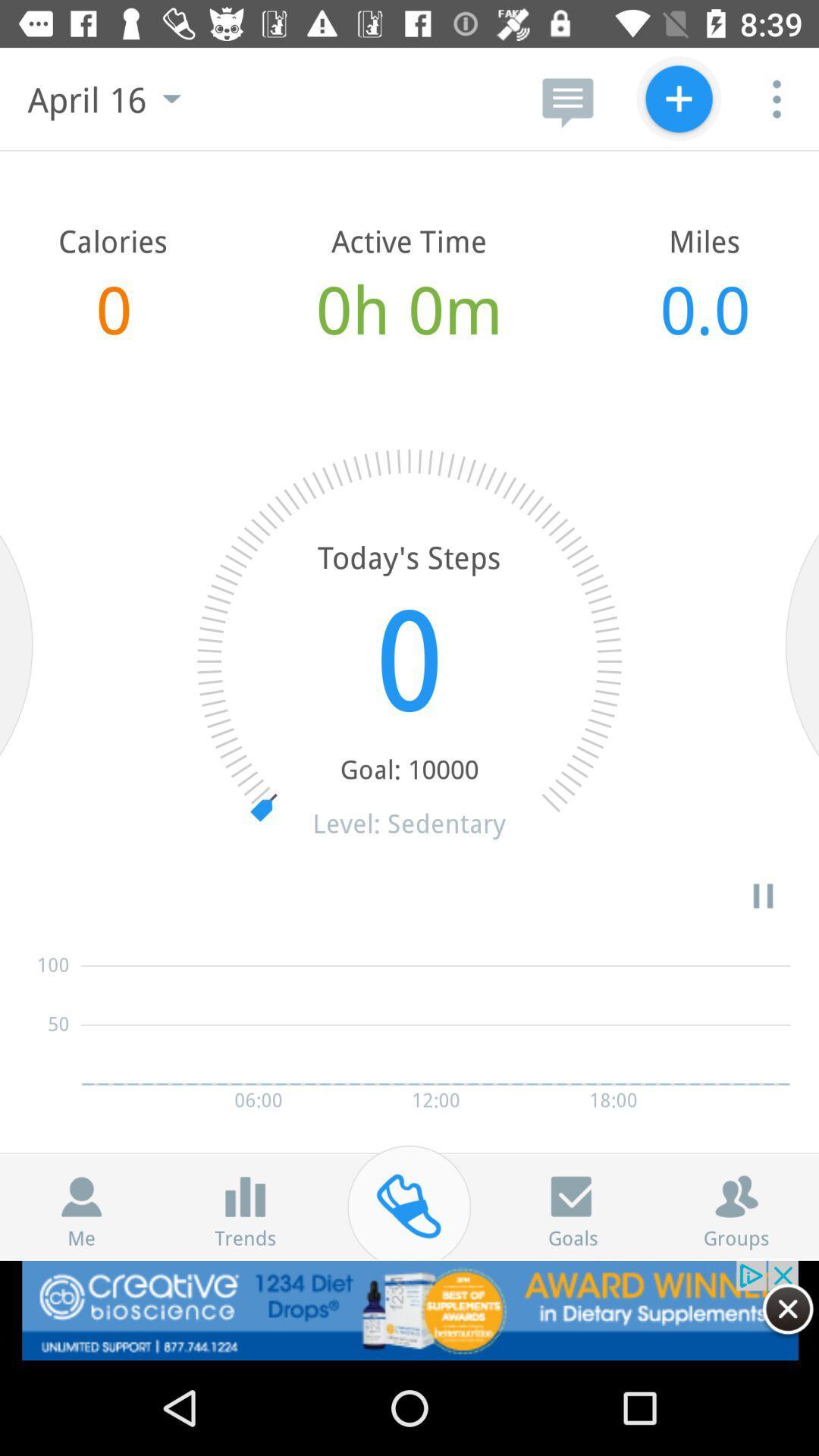 The height and width of the screenshot is (1456, 819). Describe the element at coordinates (678, 98) in the screenshot. I see `the add icon` at that location.